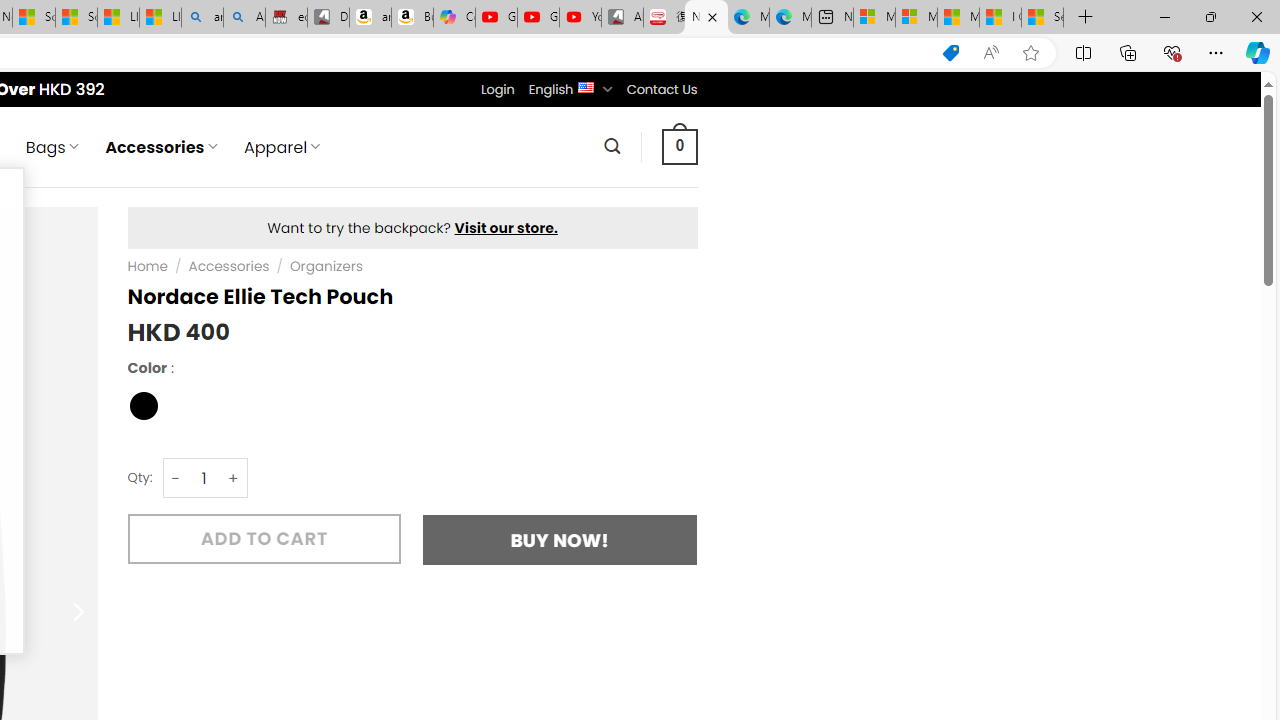  What do you see at coordinates (1031, 52) in the screenshot?
I see `'Add this page to favorites (Ctrl+D)'` at bounding box center [1031, 52].